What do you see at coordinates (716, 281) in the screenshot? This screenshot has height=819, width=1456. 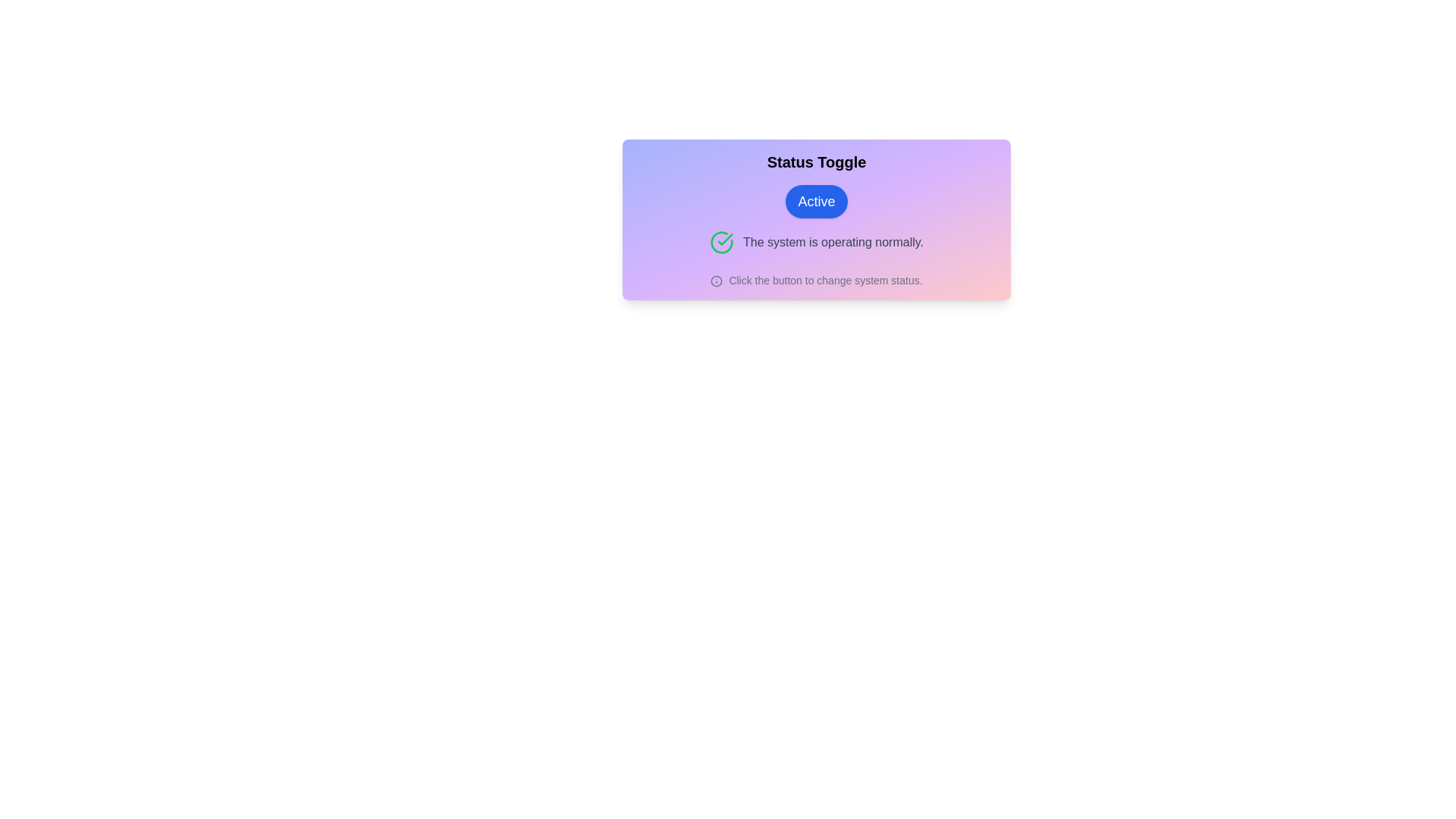 I see `the informational icon to view the tooltip` at bounding box center [716, 281].